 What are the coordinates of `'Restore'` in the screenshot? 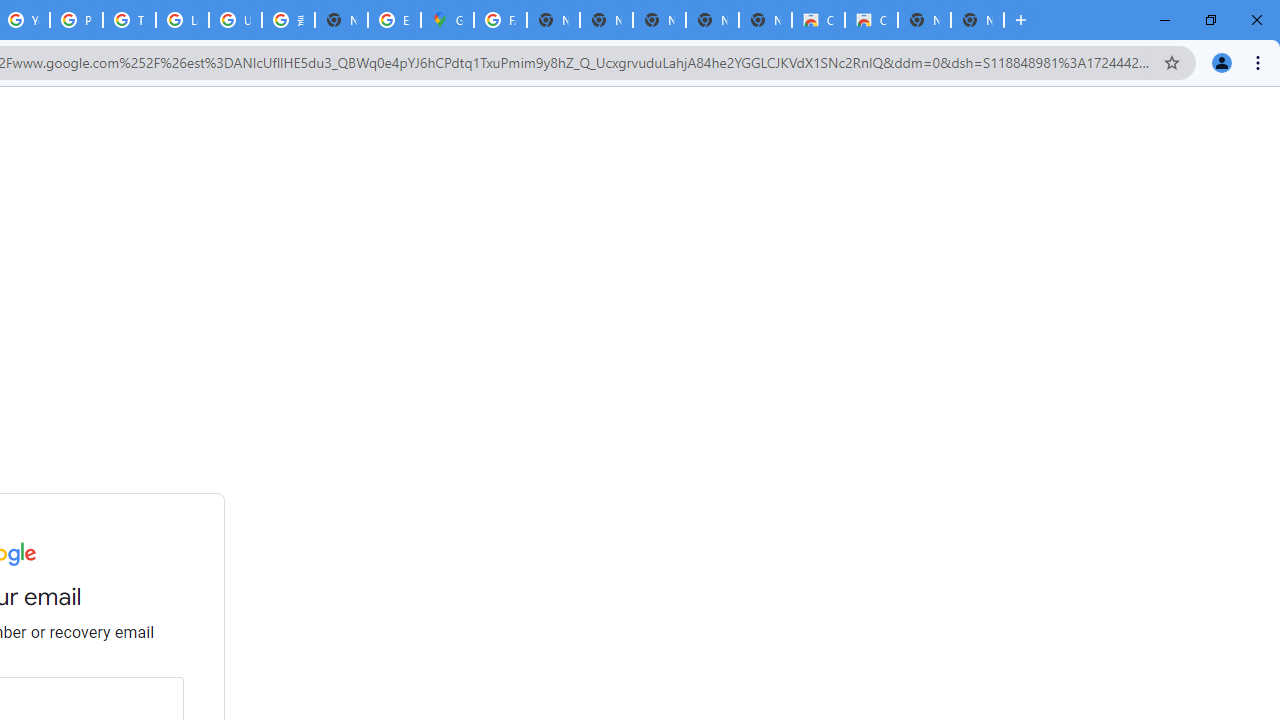 It's located at (1209, 20).